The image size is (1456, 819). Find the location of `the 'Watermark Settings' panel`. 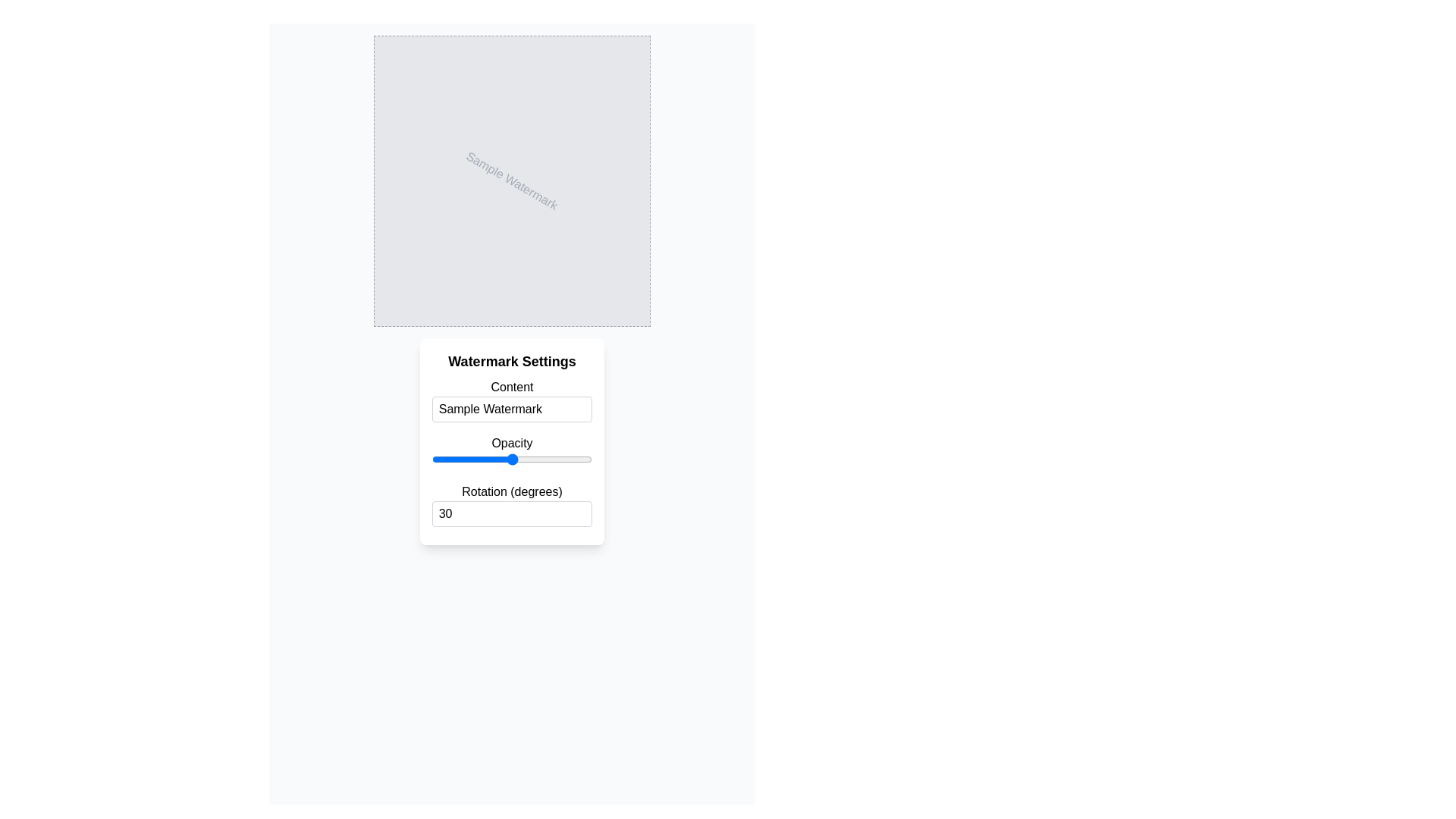

the 'Watermark Settings' panel is located at coordinates (512, 441).